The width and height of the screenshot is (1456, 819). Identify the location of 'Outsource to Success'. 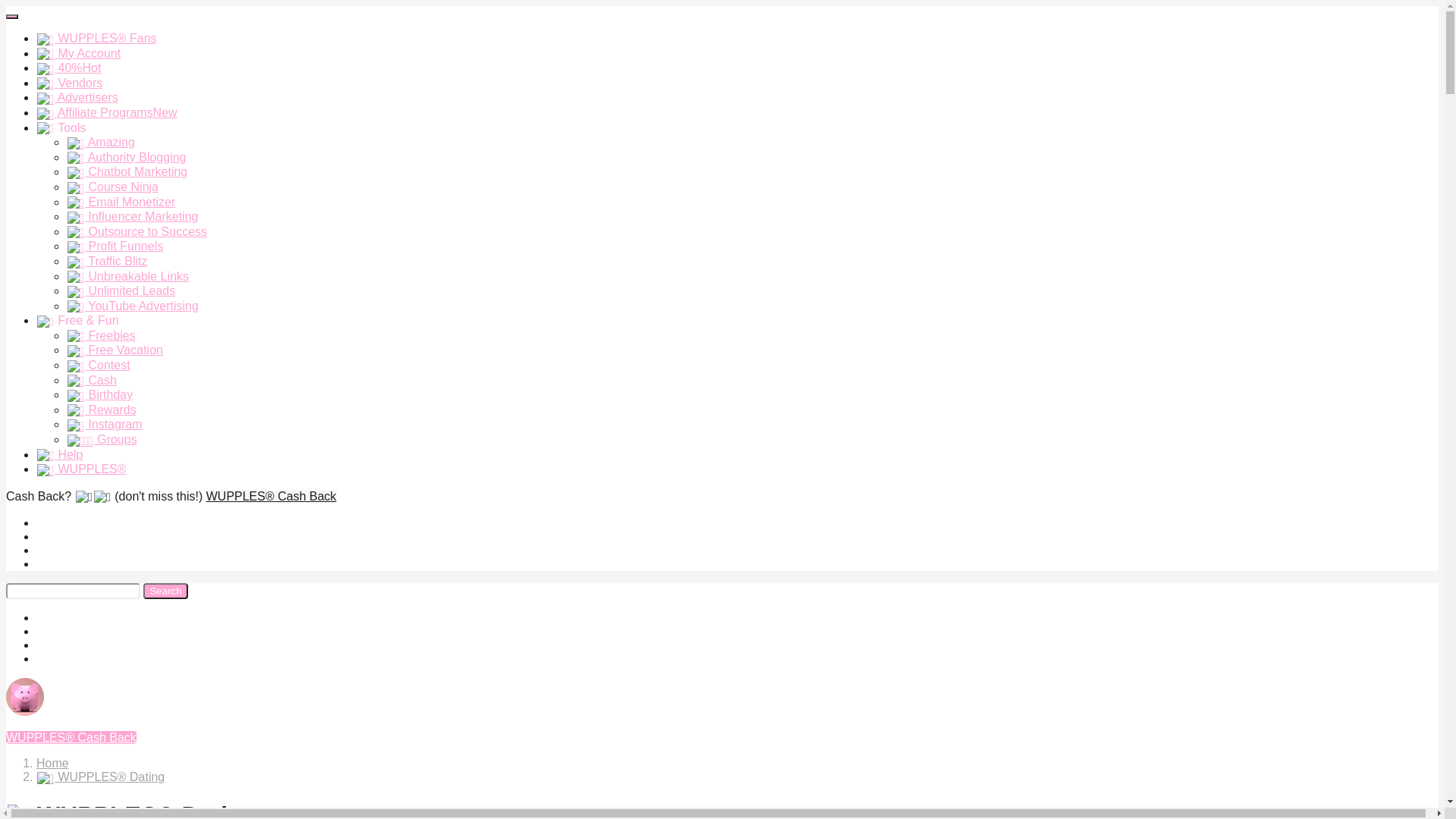
(136, 231).